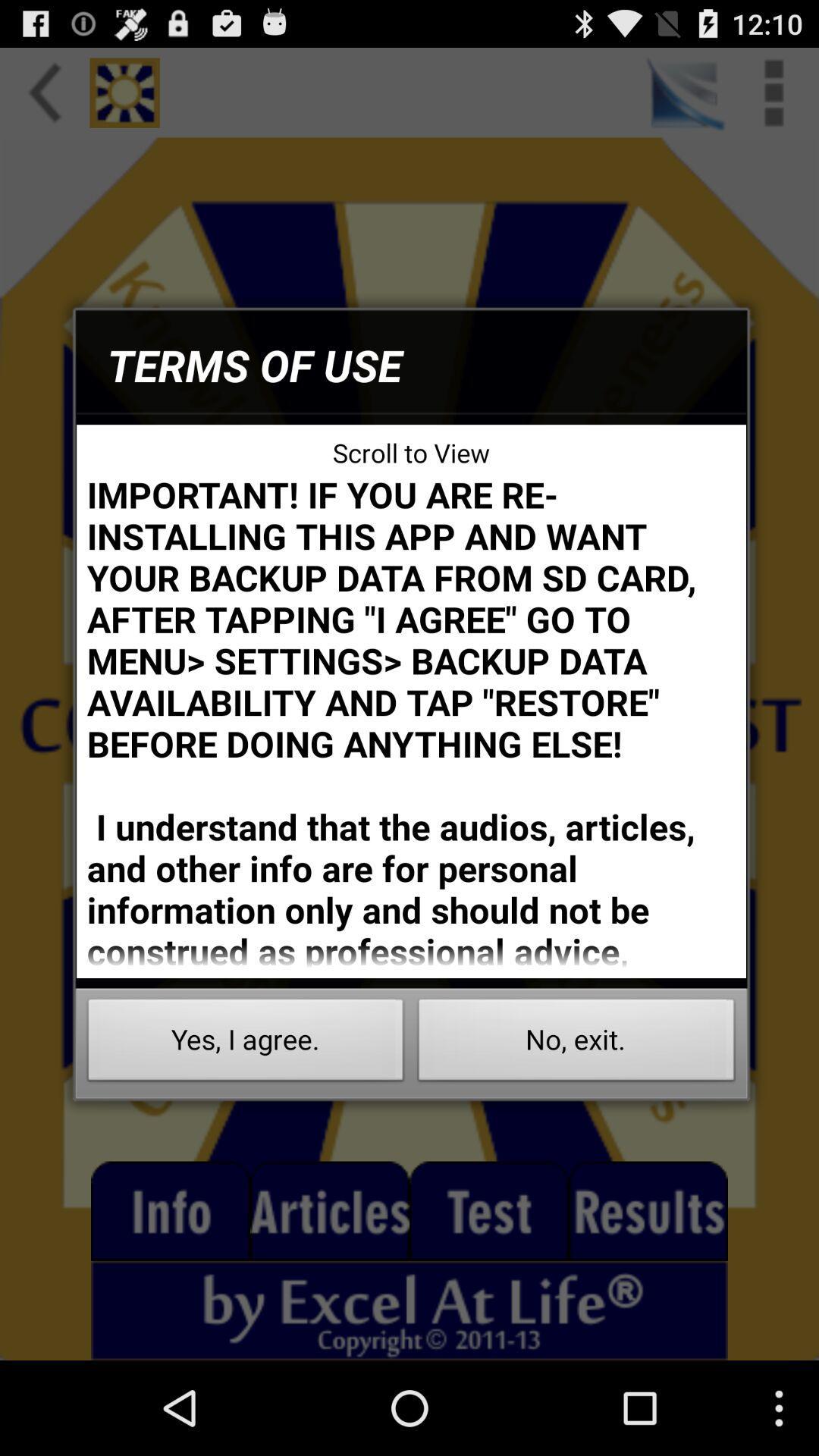  I want to click on the icon below the important if you icon, so click(576, 1043).